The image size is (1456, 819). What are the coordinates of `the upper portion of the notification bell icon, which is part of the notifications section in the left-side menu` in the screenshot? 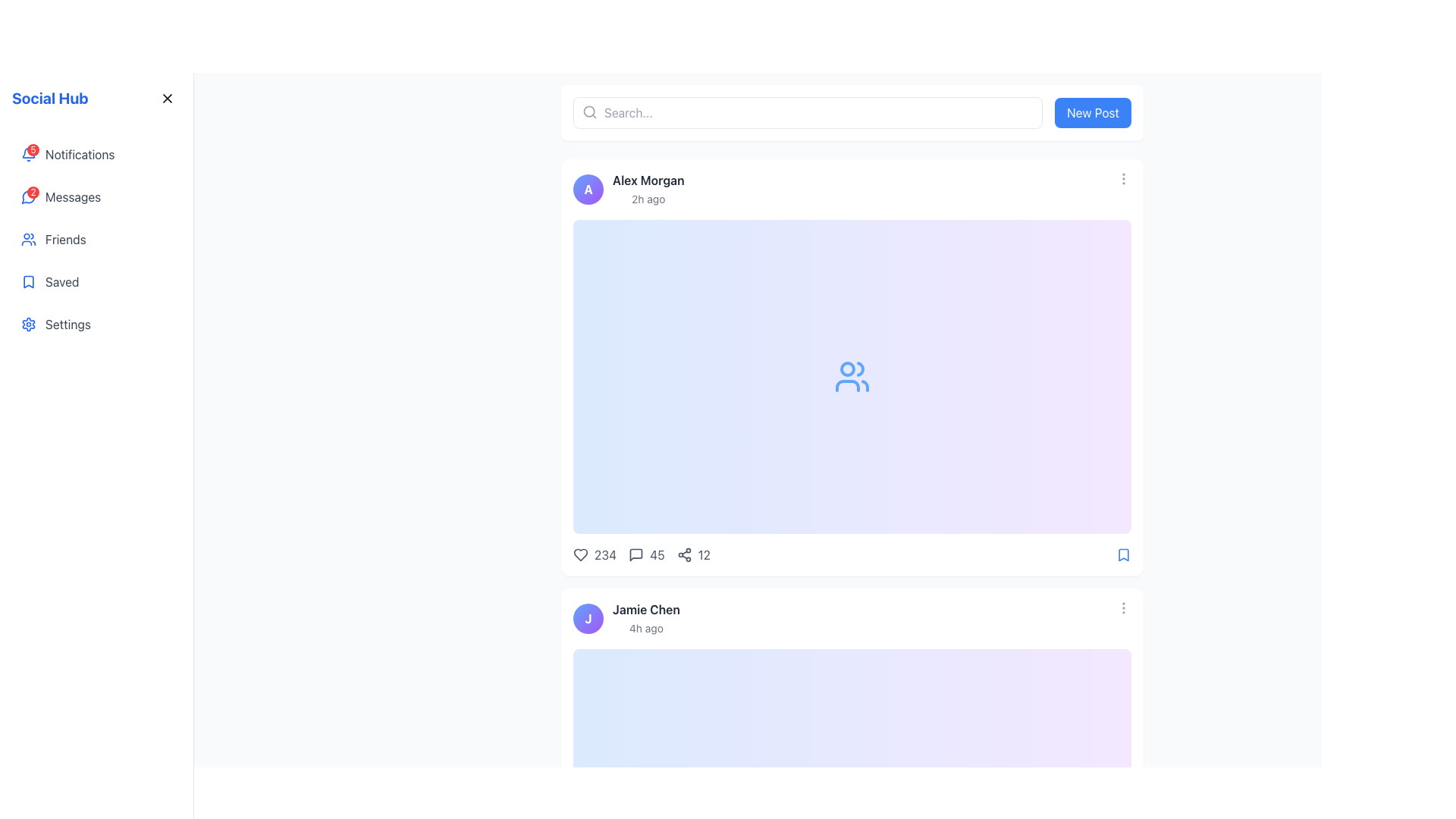 It's located at (29, 152).